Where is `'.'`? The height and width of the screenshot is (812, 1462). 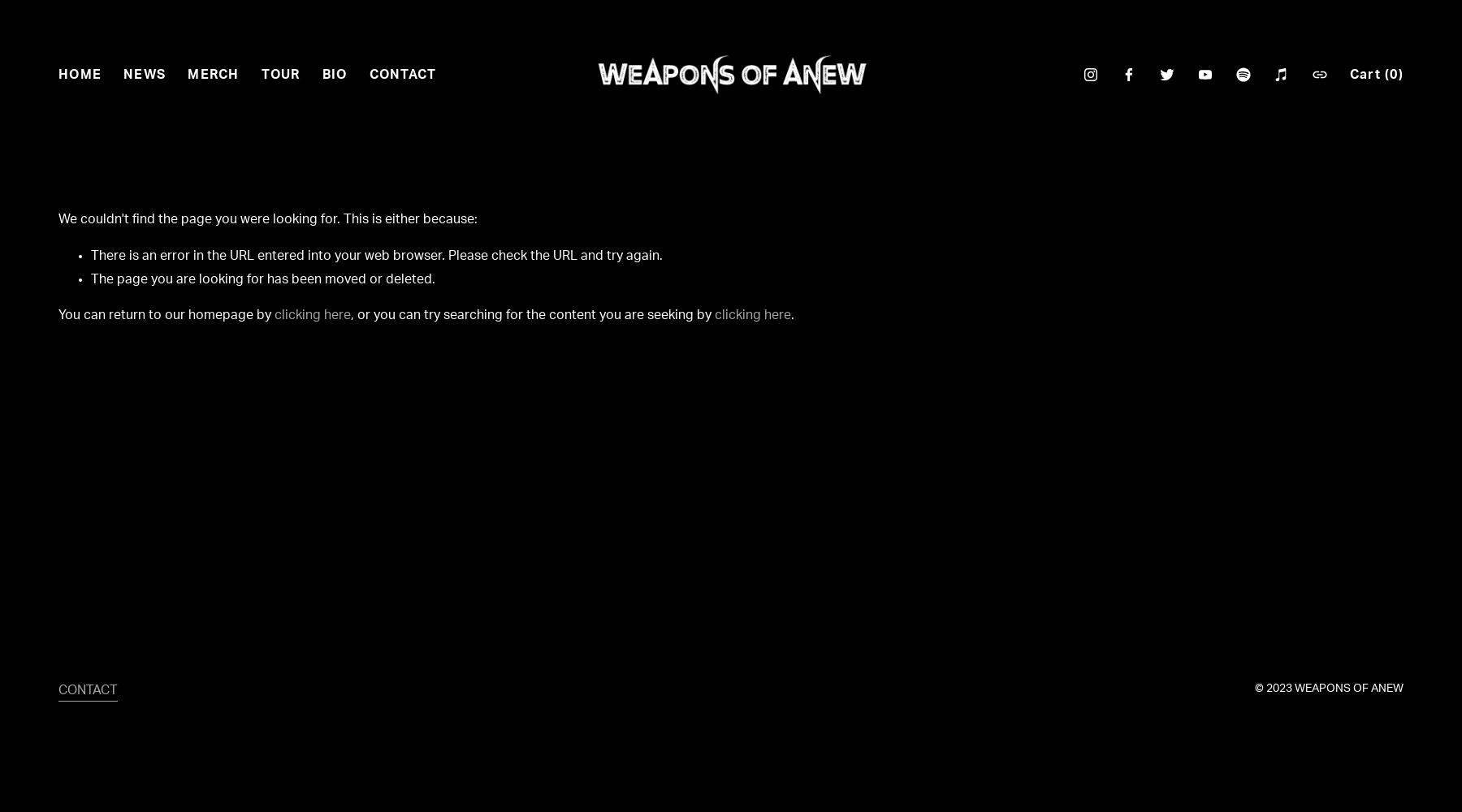 '.' is located at coordinates (791, 315).